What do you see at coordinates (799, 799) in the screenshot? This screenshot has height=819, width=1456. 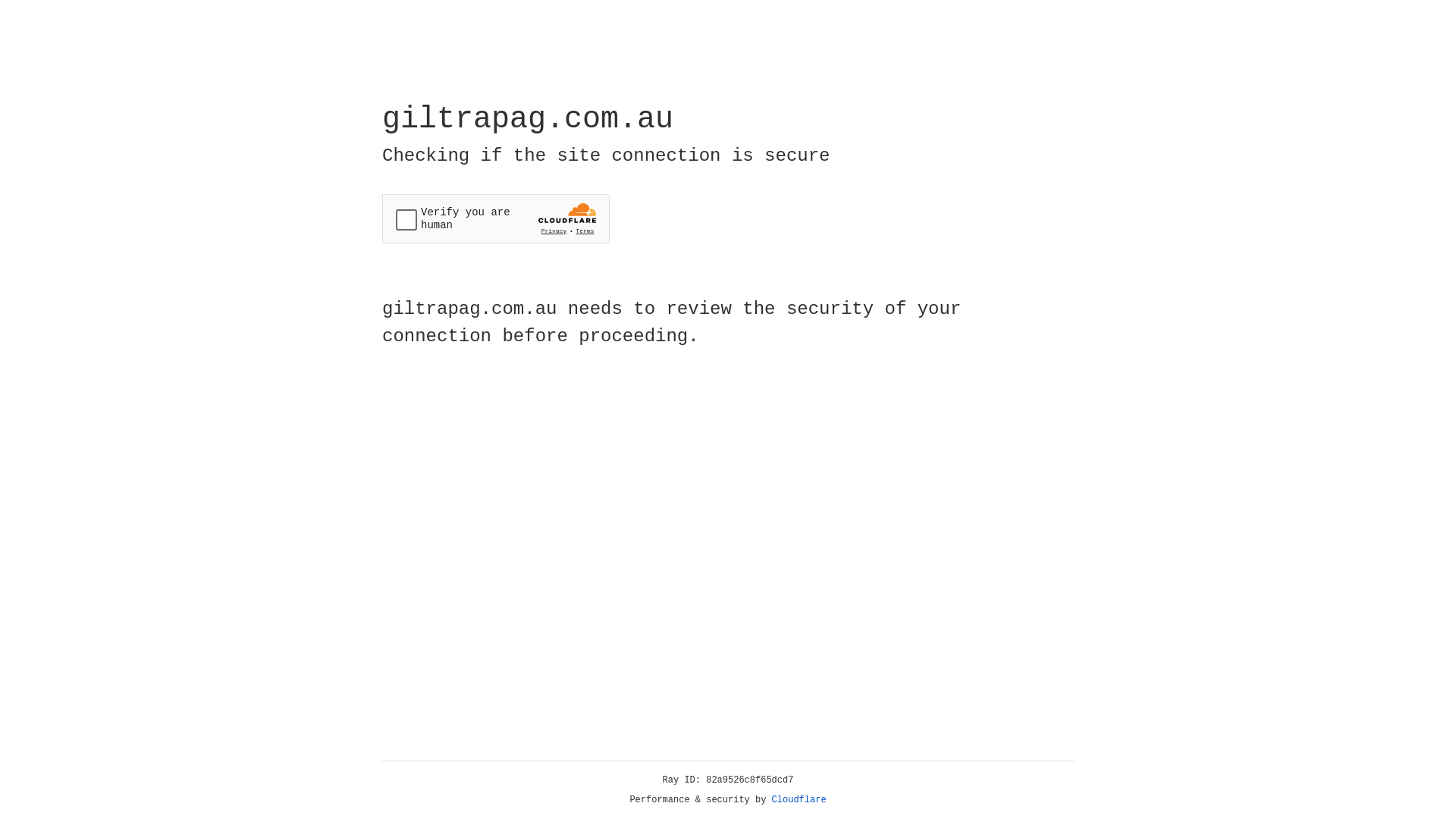 I see `'Cloudflare'` at bounding box center [799, 799].